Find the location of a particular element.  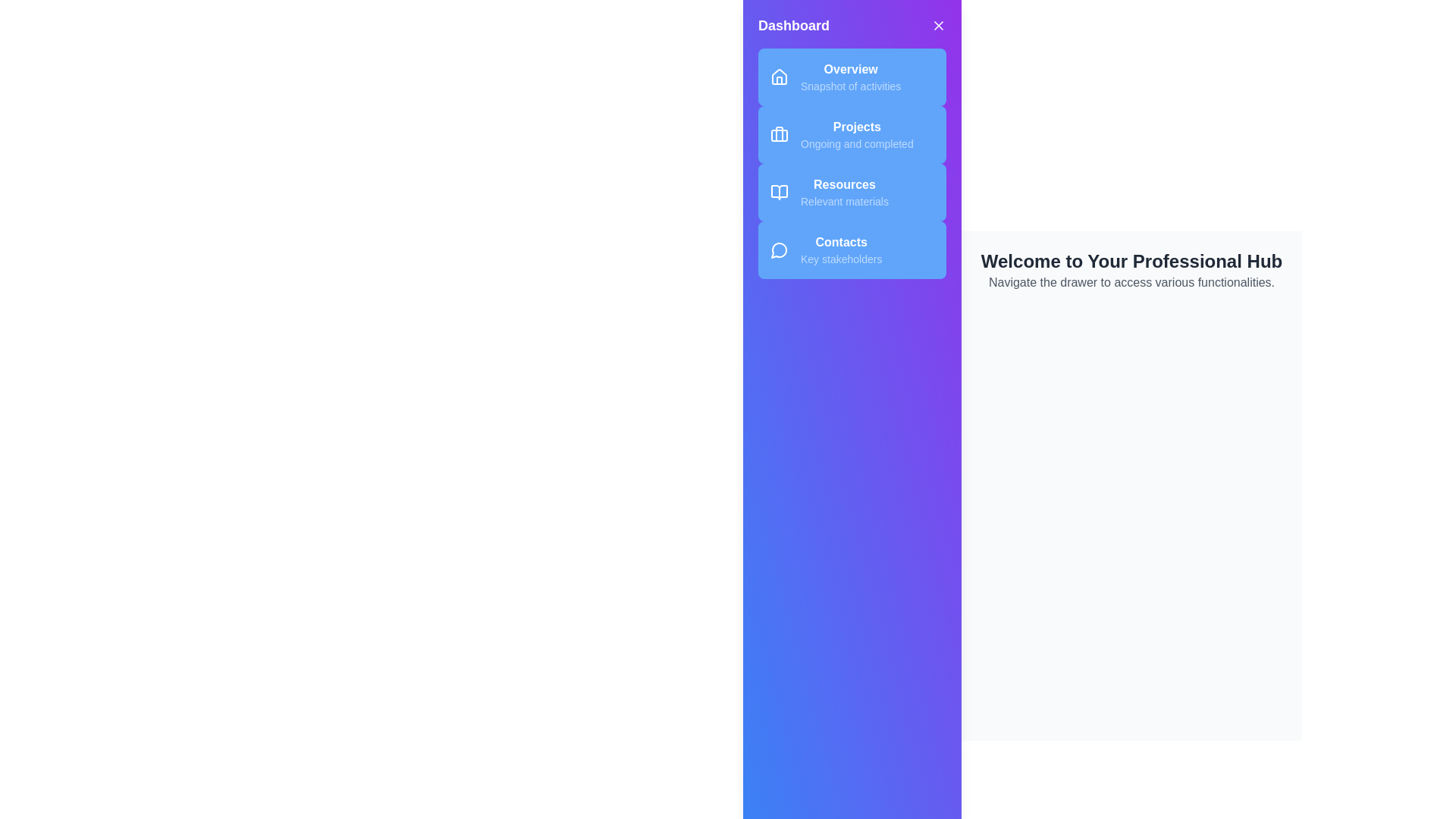

the menu item labeled Overview to observe its hover effect is located at coordinates (852, 77).